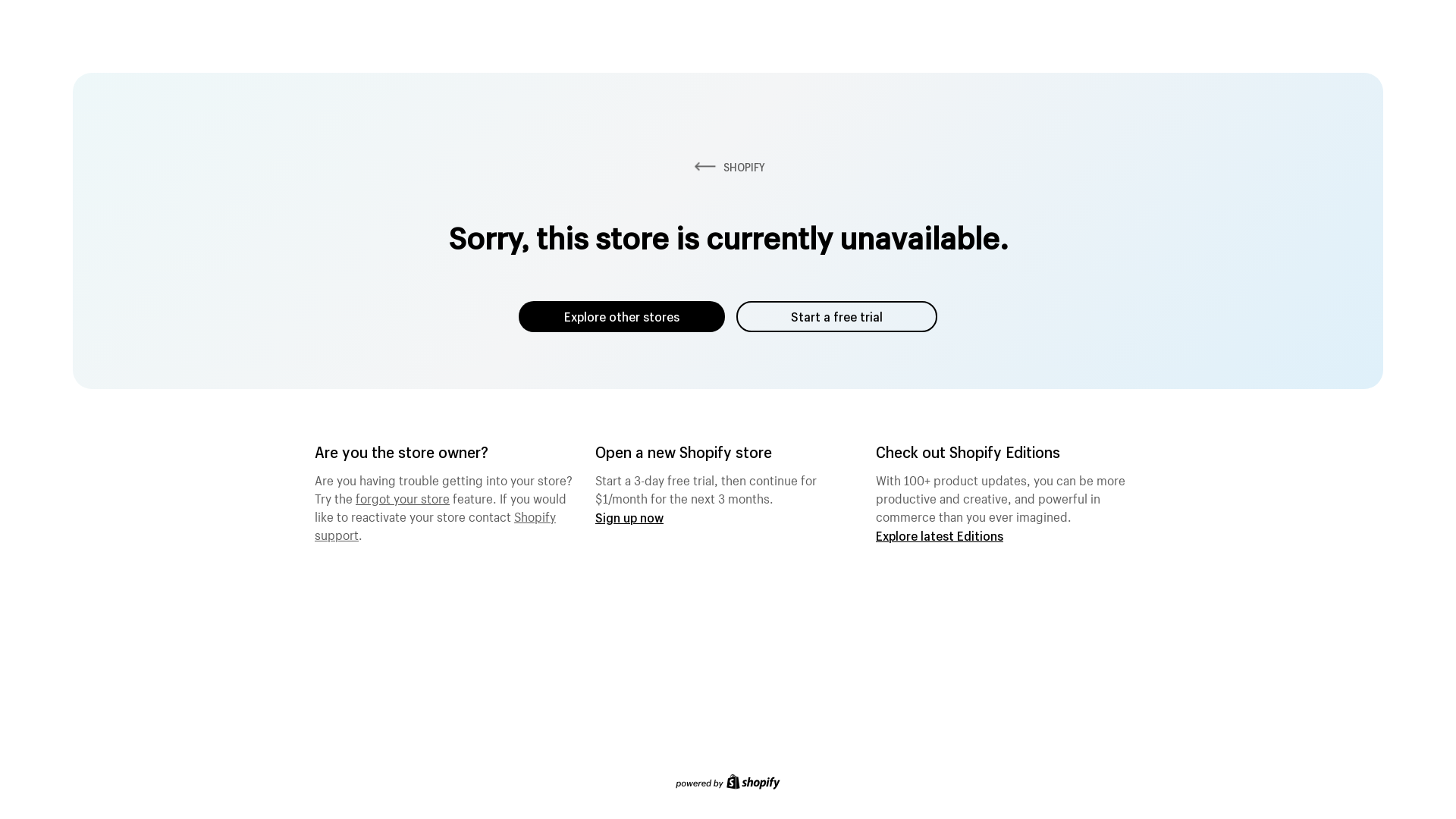  I want to click on 'Start a free trial', so click(836, 315).